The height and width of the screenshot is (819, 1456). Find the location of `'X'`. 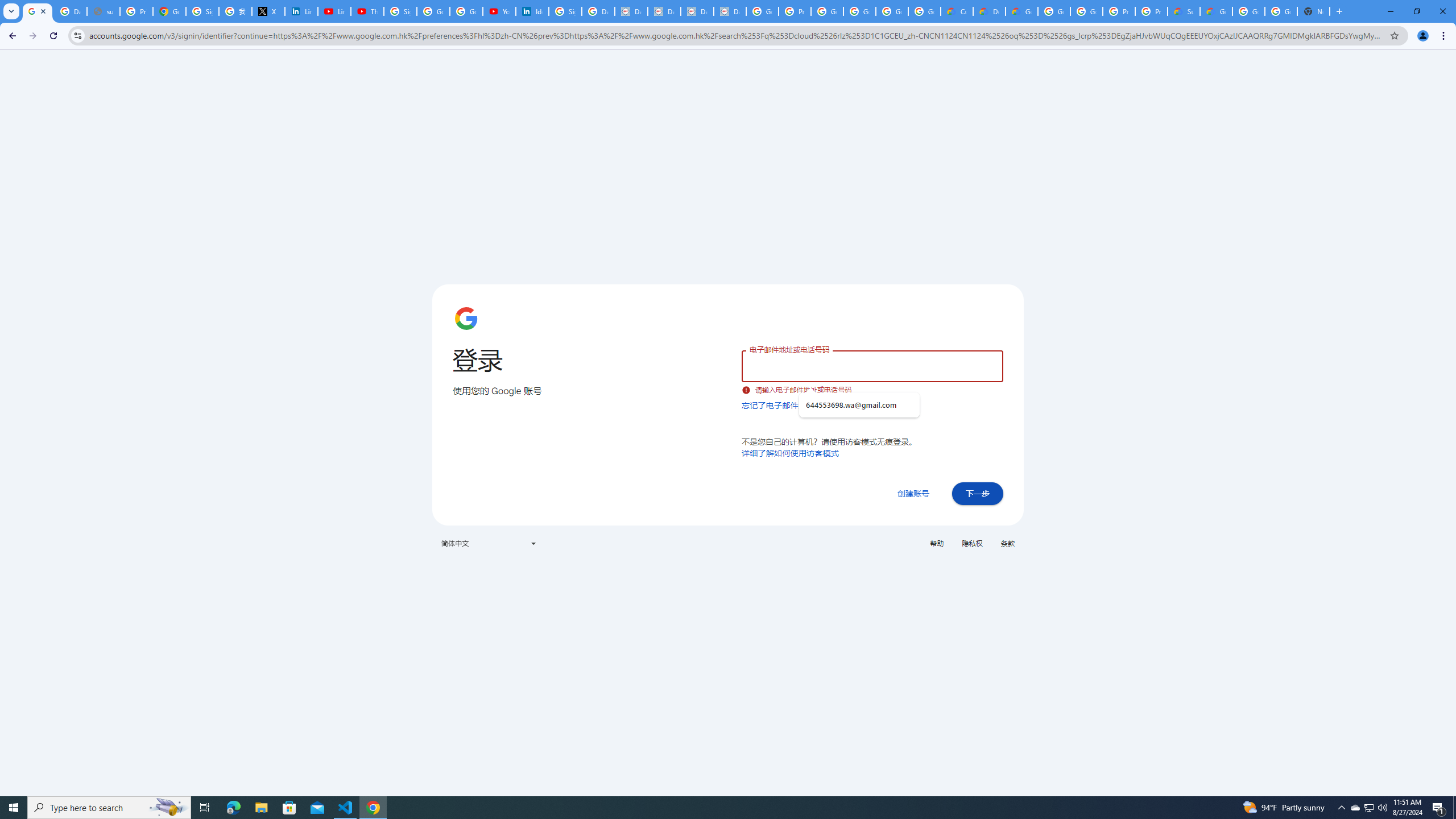

'X' is located at coordinates (268, 11).